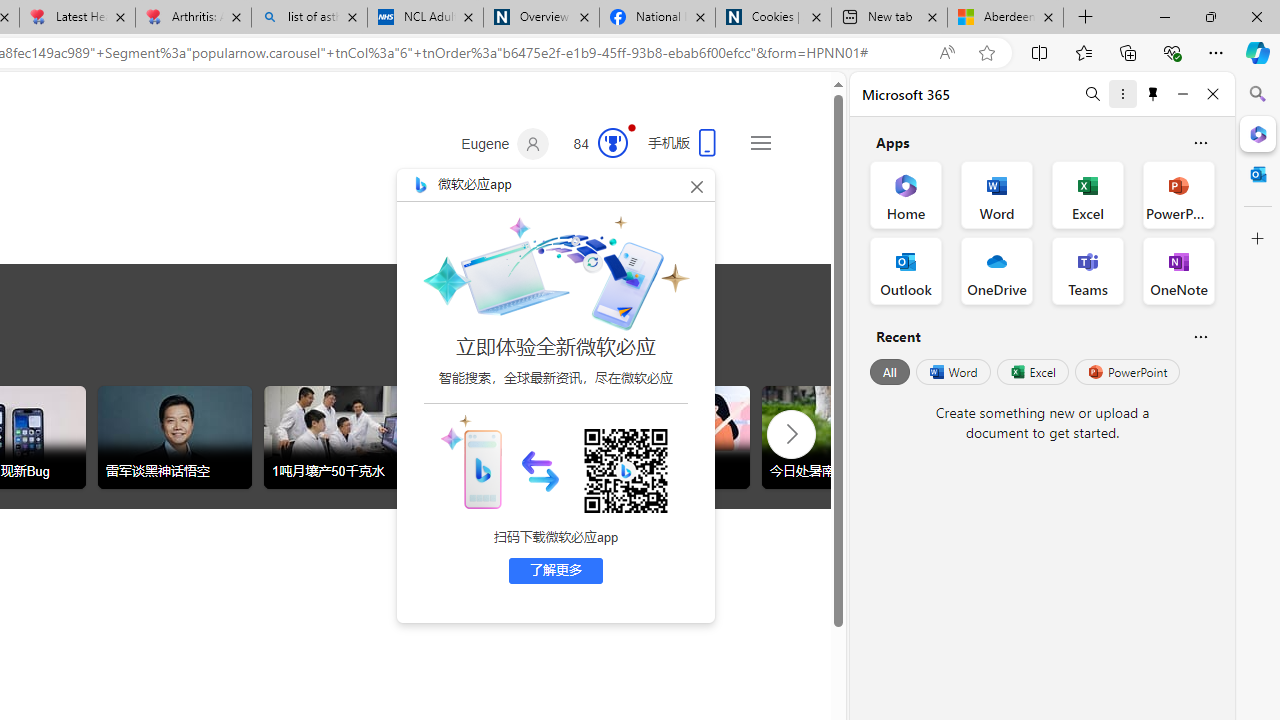 The width and height of the screenshot is (1280, 720). I want to click on 'list of asthma inhalers uk - Search', so click(308, 17).